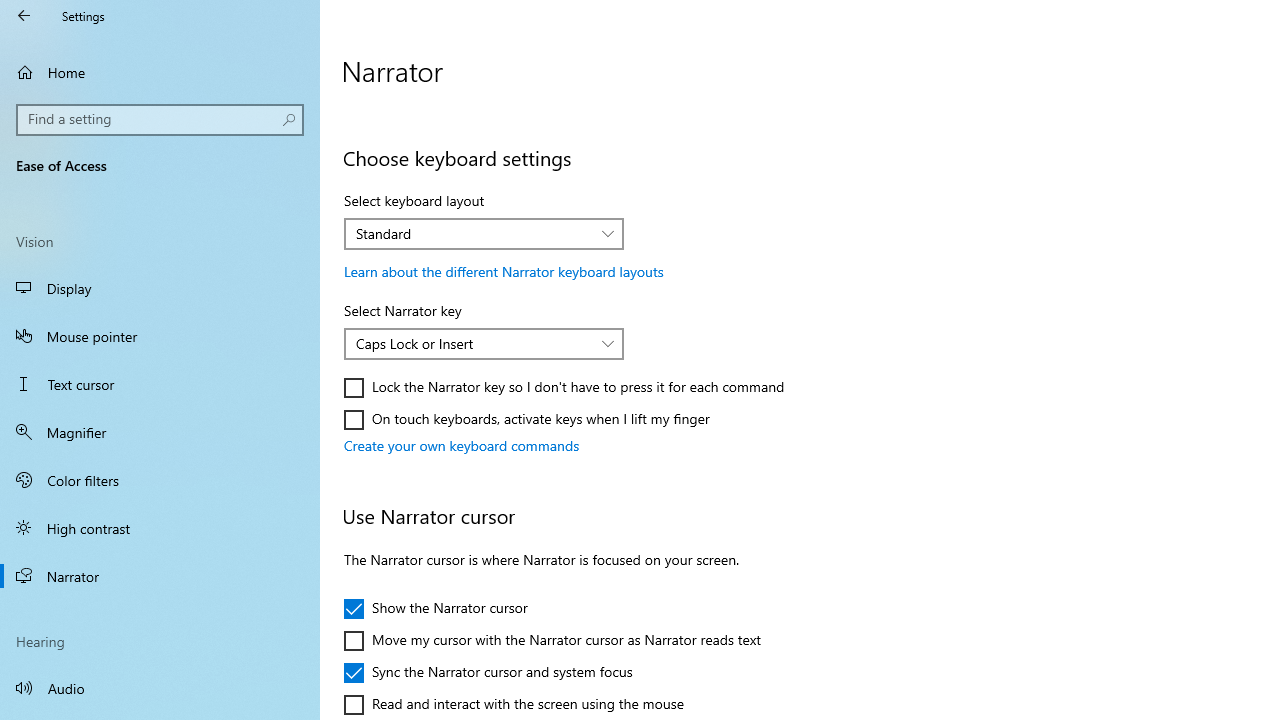 The width and height of the screenshot is (1280, 720). Describe the element at coordinates (434, 608) in the screenshot. I see `'Show the Narrator cursor'` at that location.